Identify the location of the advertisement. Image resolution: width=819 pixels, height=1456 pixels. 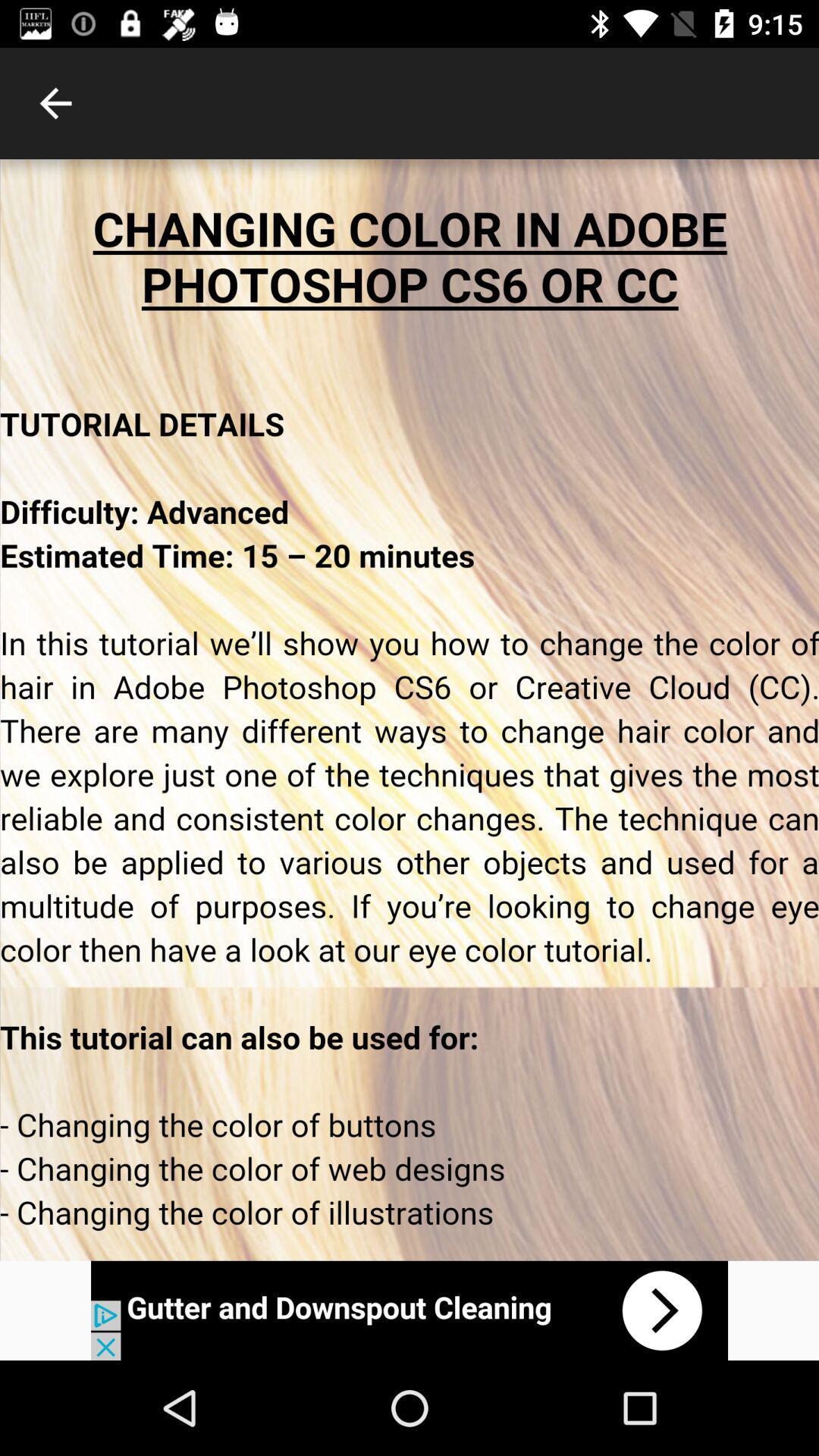
(409, 1310).